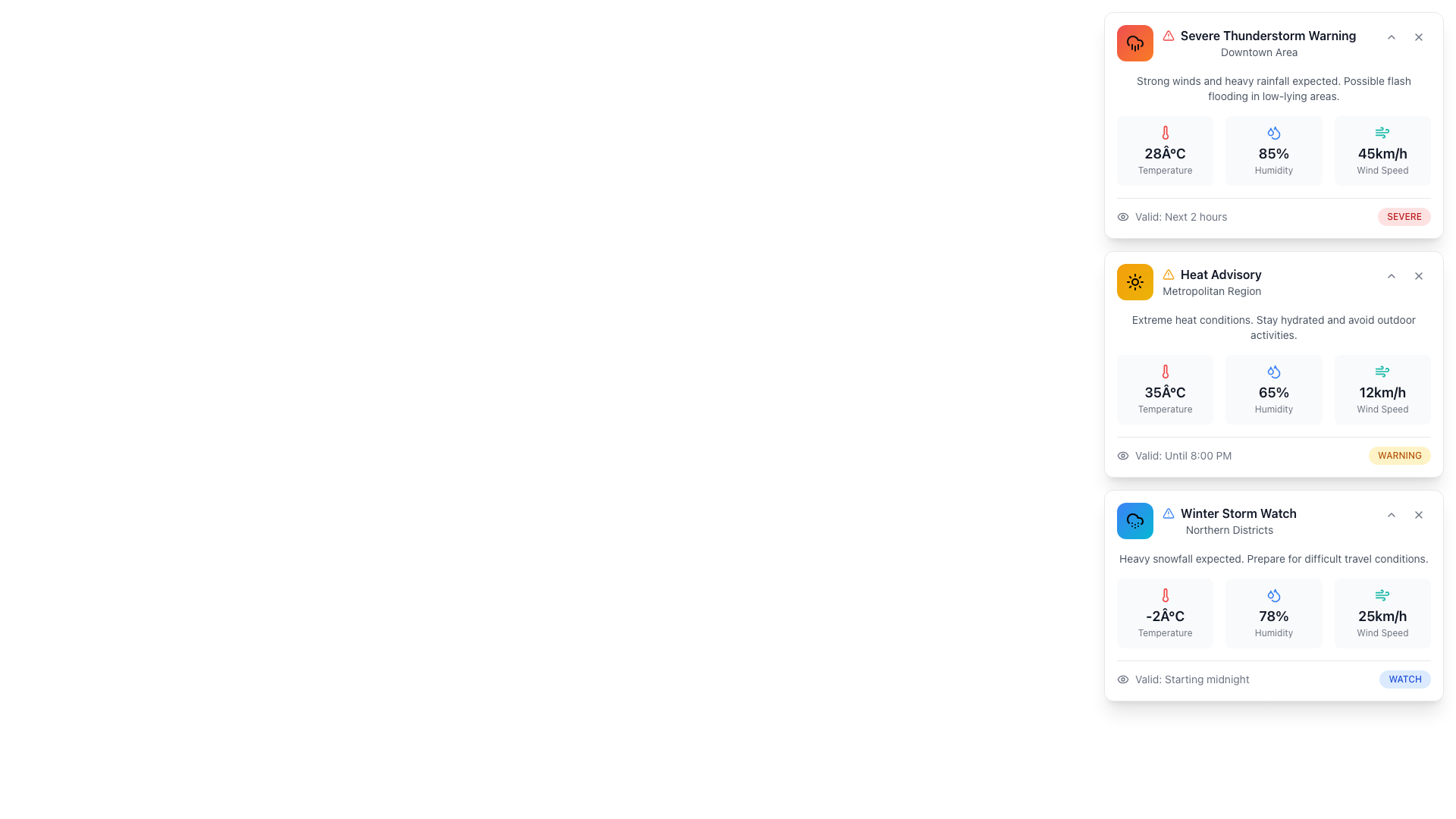 This screenshot has height=819, width=1456. I want to click on prominently styled text label that says 'Severe Thunderstorm Warning', which is the bold title within the first alert card on the page, so click(1268, 34).